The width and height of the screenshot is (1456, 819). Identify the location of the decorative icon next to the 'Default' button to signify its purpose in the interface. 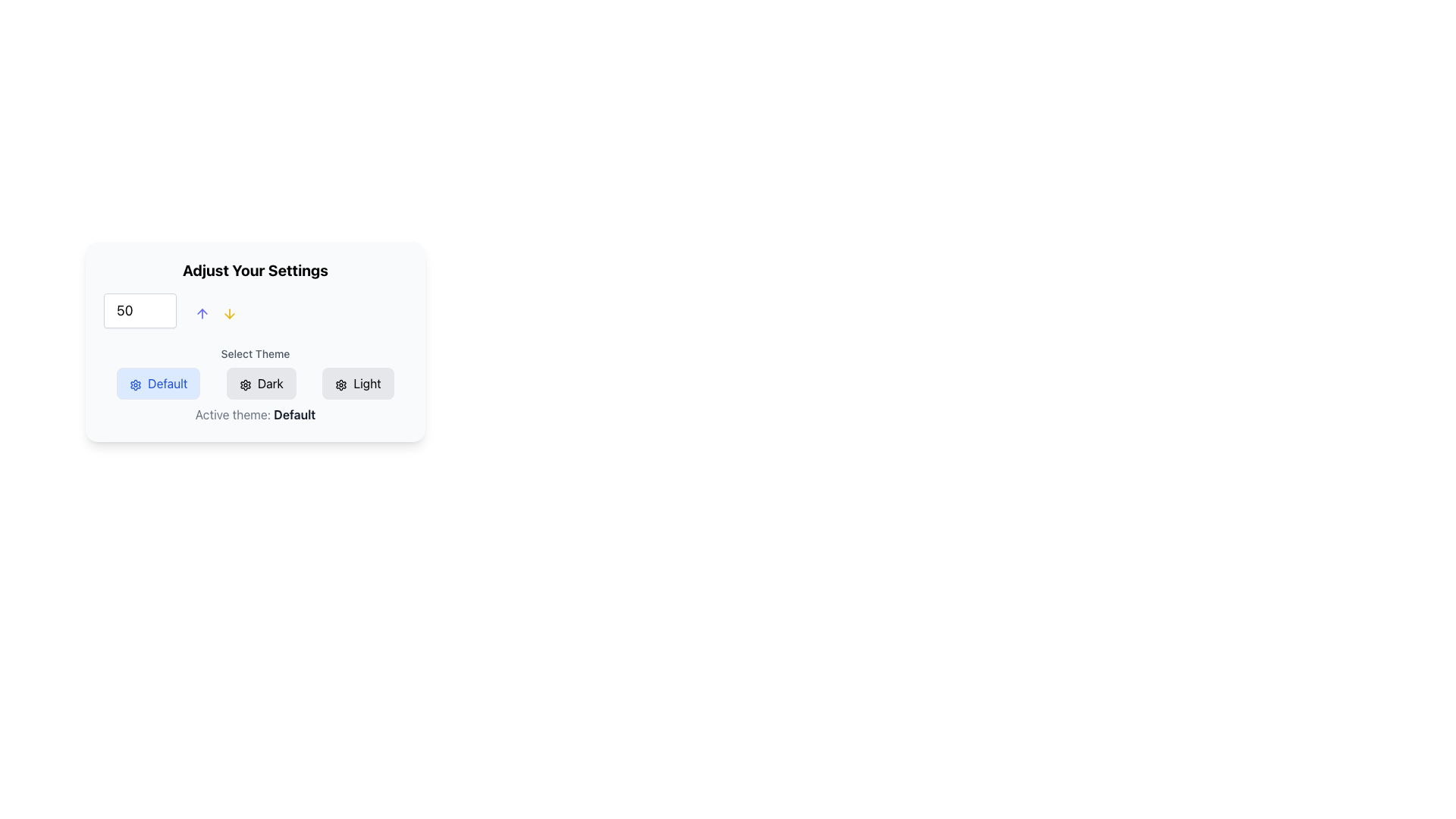
(136, 384).